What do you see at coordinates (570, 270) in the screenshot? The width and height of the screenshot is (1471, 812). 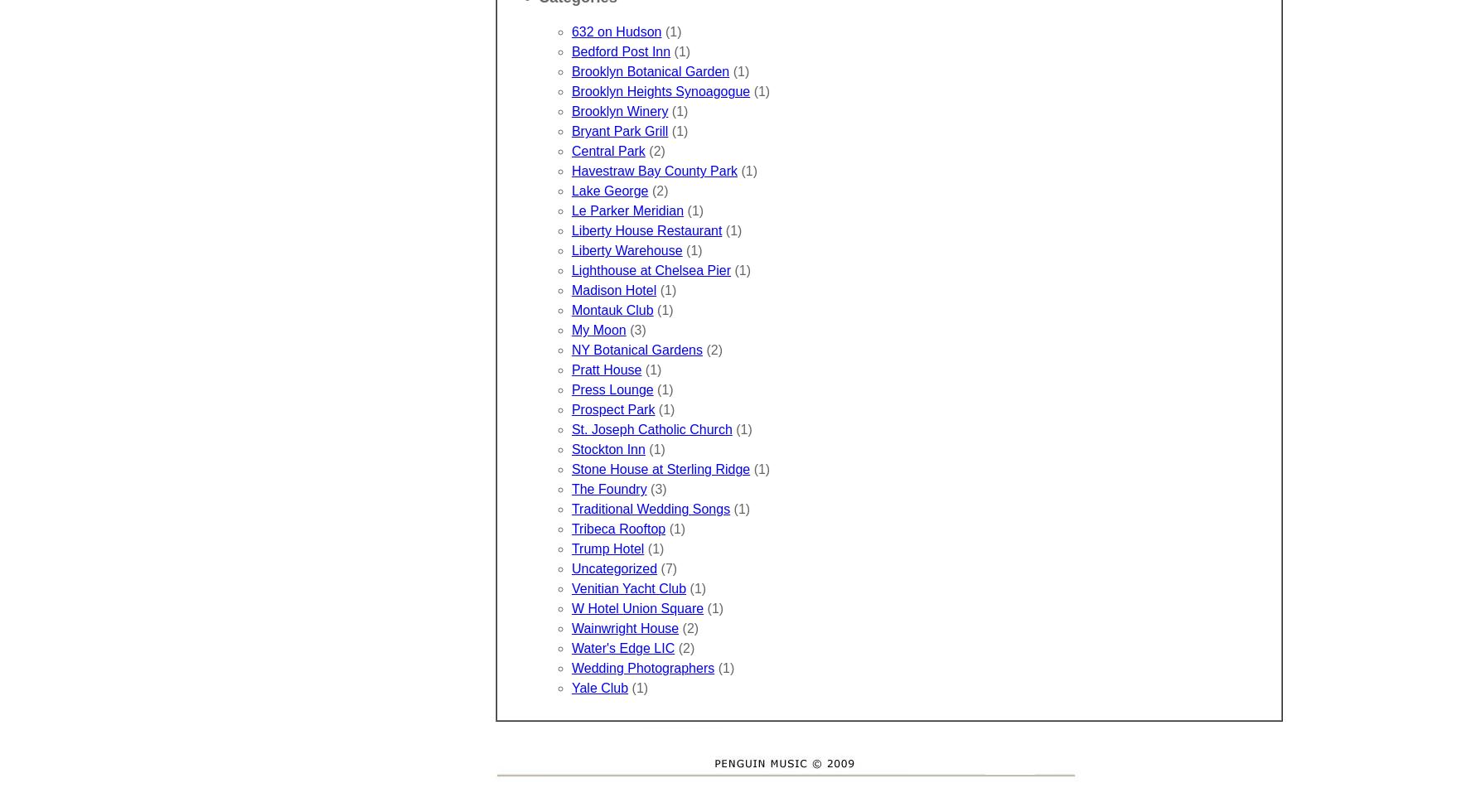 I see `'Lighthouse at Chelsea Pier'` at bounding box center [570, 270].